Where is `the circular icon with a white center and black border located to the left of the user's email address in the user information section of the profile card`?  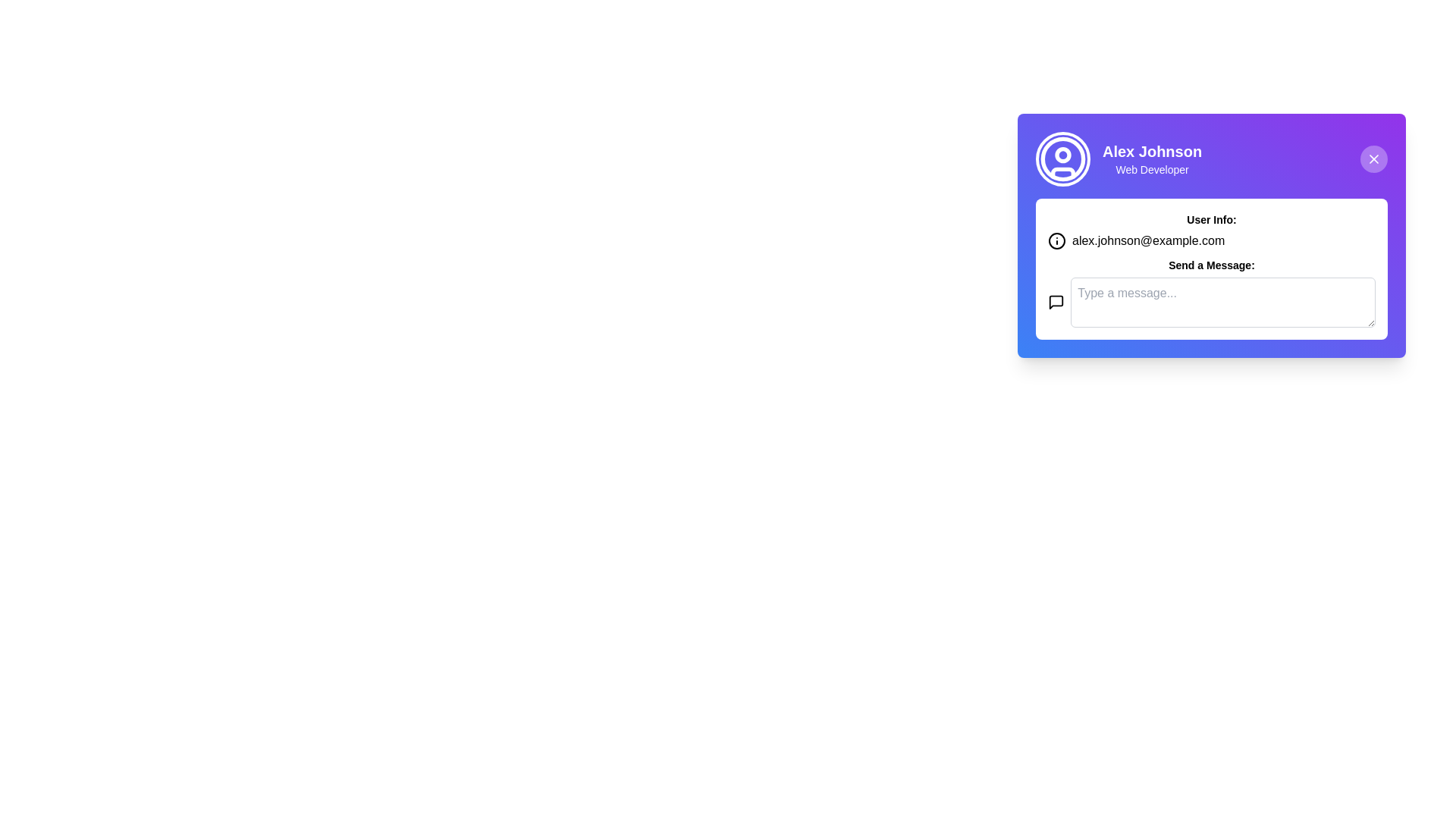 the circular icon with a white center and black border located to the left of the user's email address in the user information section of the profile card is located at coordinates (1056, 240).